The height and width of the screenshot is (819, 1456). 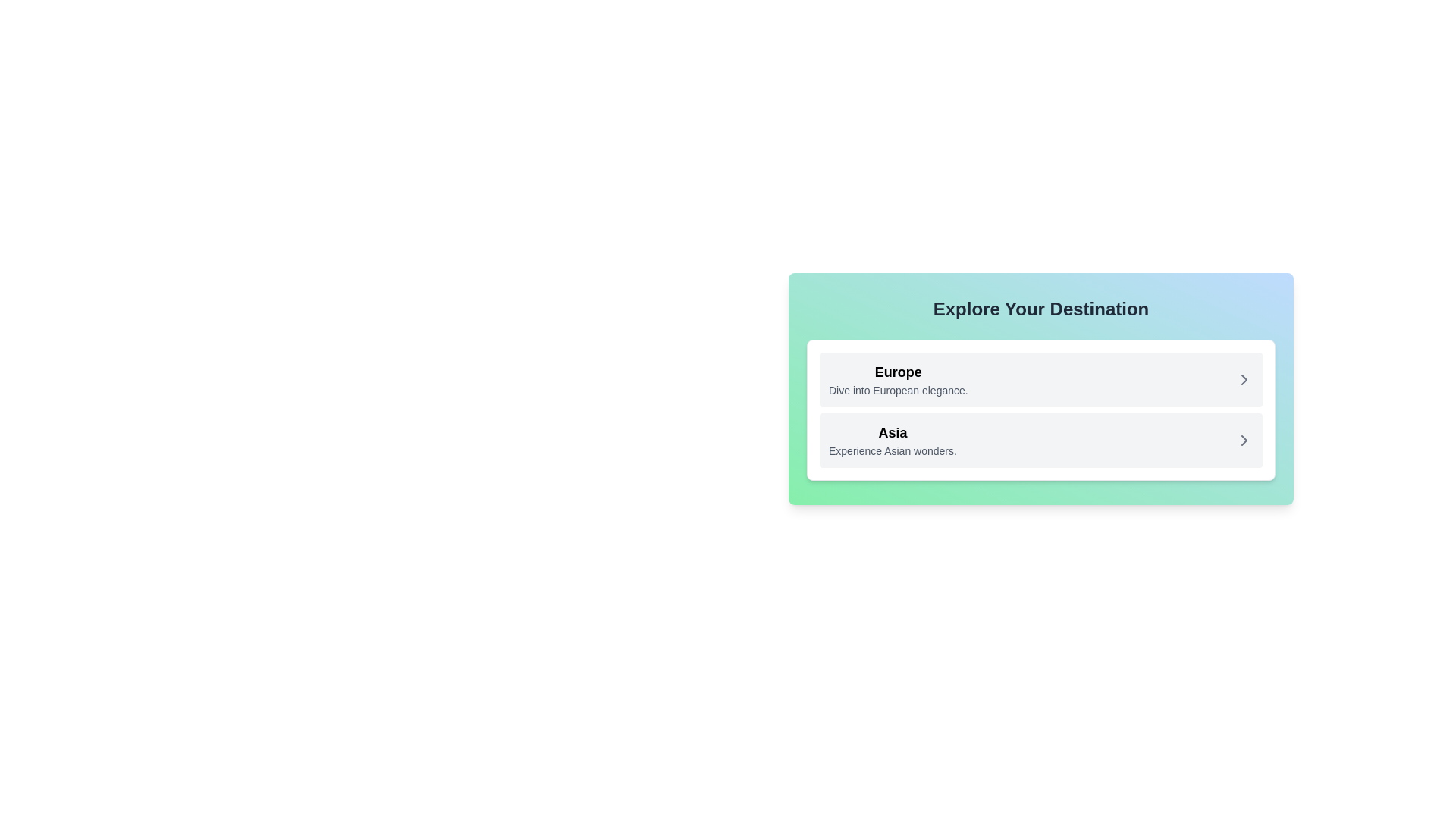 What do you see at coordinates (1040, 441) in the screenshot?
I see `the second item in the interactive list option that navigates to Asian experiences, located below the item labeled 'Europe'` at bounding box center [1040, 441].